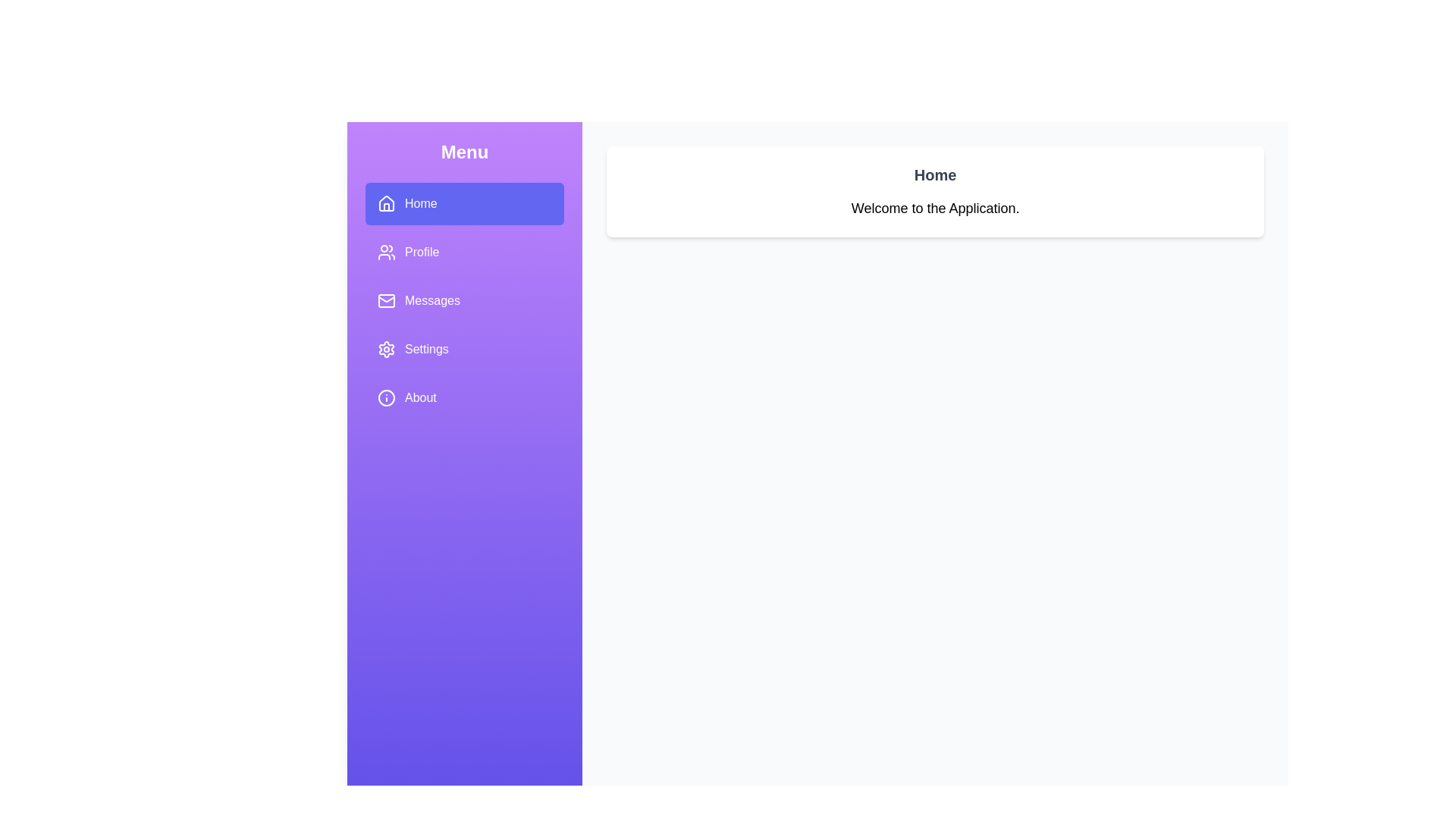  I want to click on the gear icon located to the left of the 'Settings' label in the vertical menu, so click(386, 350).